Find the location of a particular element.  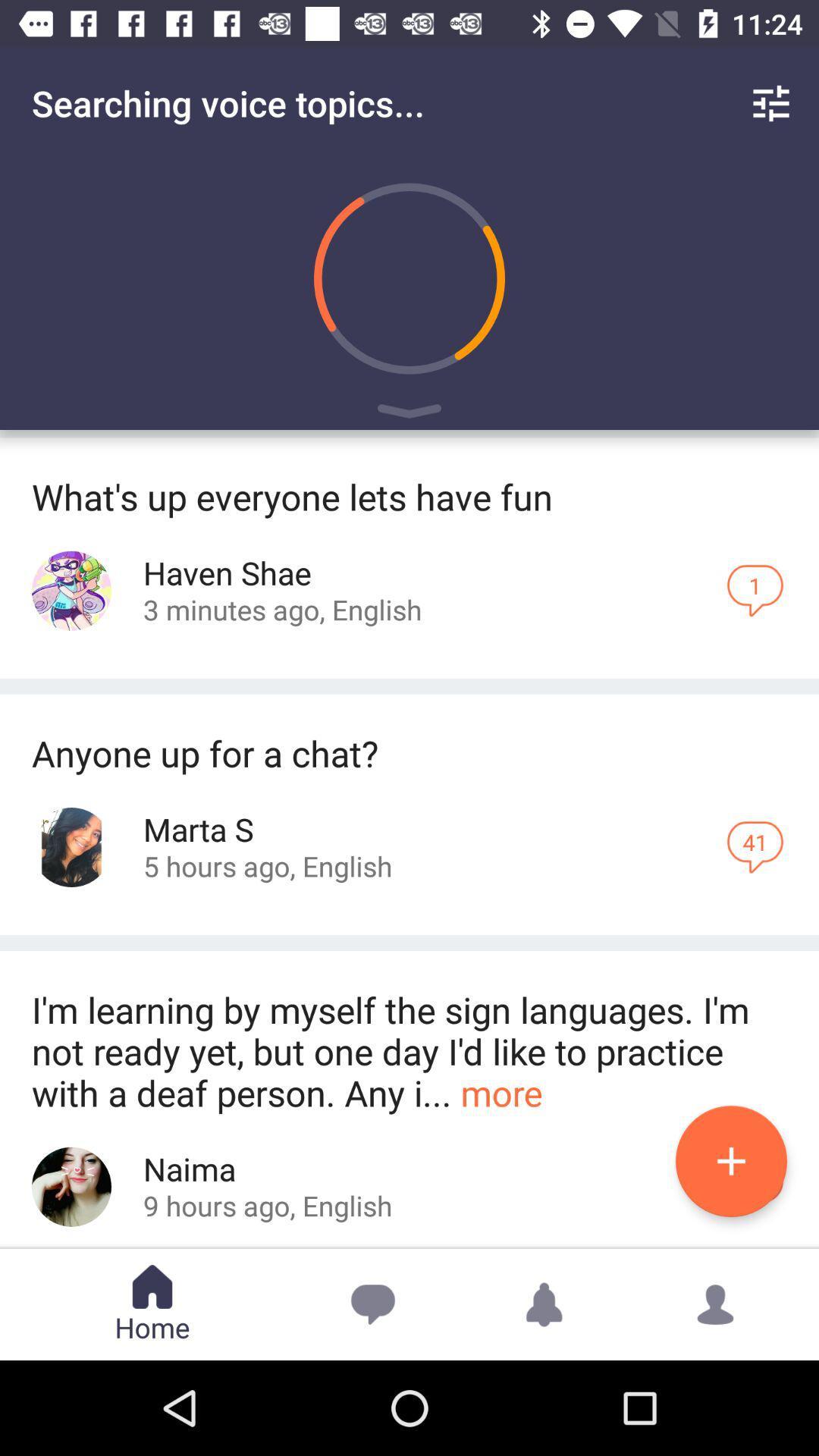

open 'marta s profile is located at coordinates (71, 846).